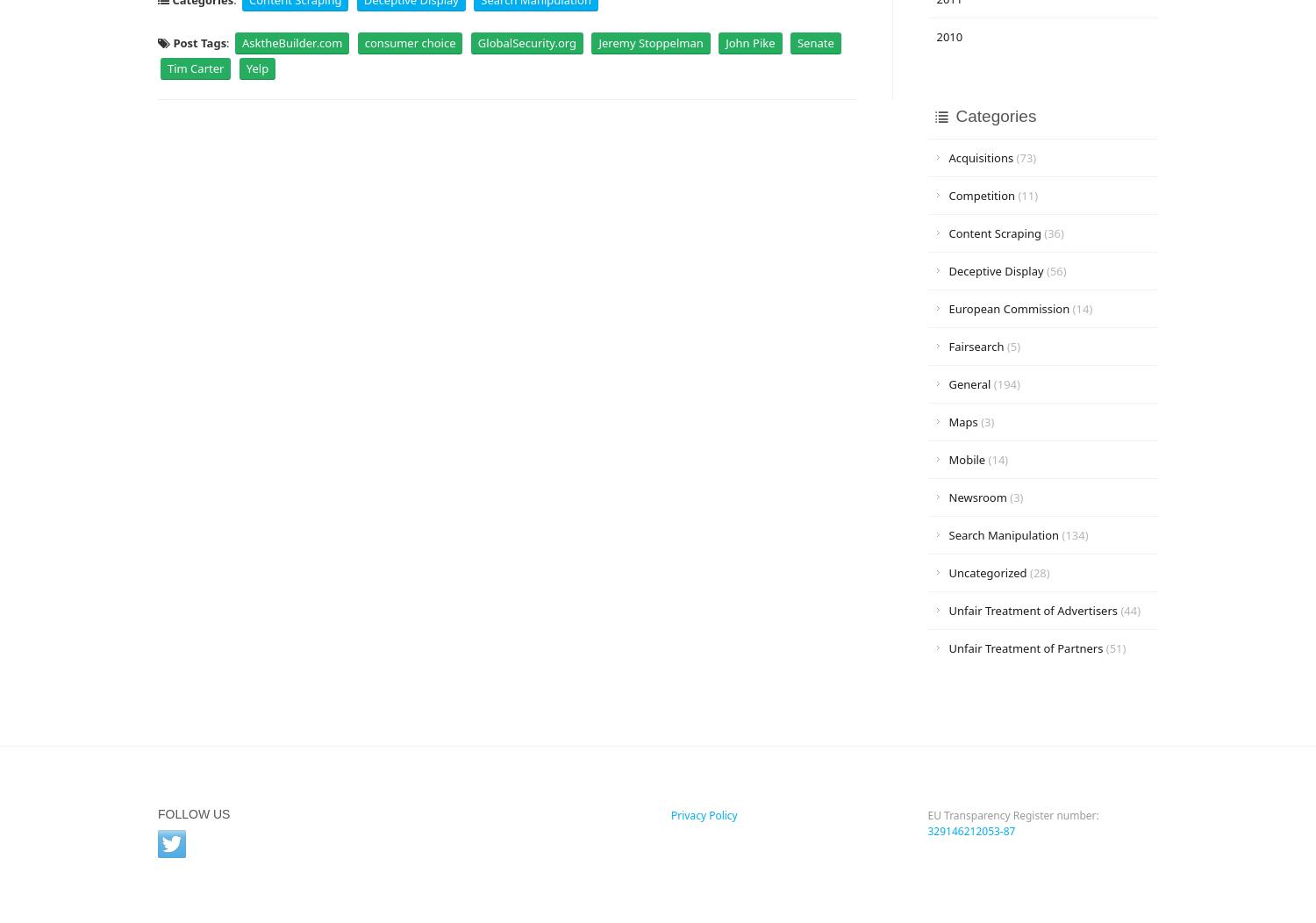  What do you see at coordinates (526, 42) in the screenshot?
I see `'GlobalSecurity.org'` at bounding box center [526, 42].